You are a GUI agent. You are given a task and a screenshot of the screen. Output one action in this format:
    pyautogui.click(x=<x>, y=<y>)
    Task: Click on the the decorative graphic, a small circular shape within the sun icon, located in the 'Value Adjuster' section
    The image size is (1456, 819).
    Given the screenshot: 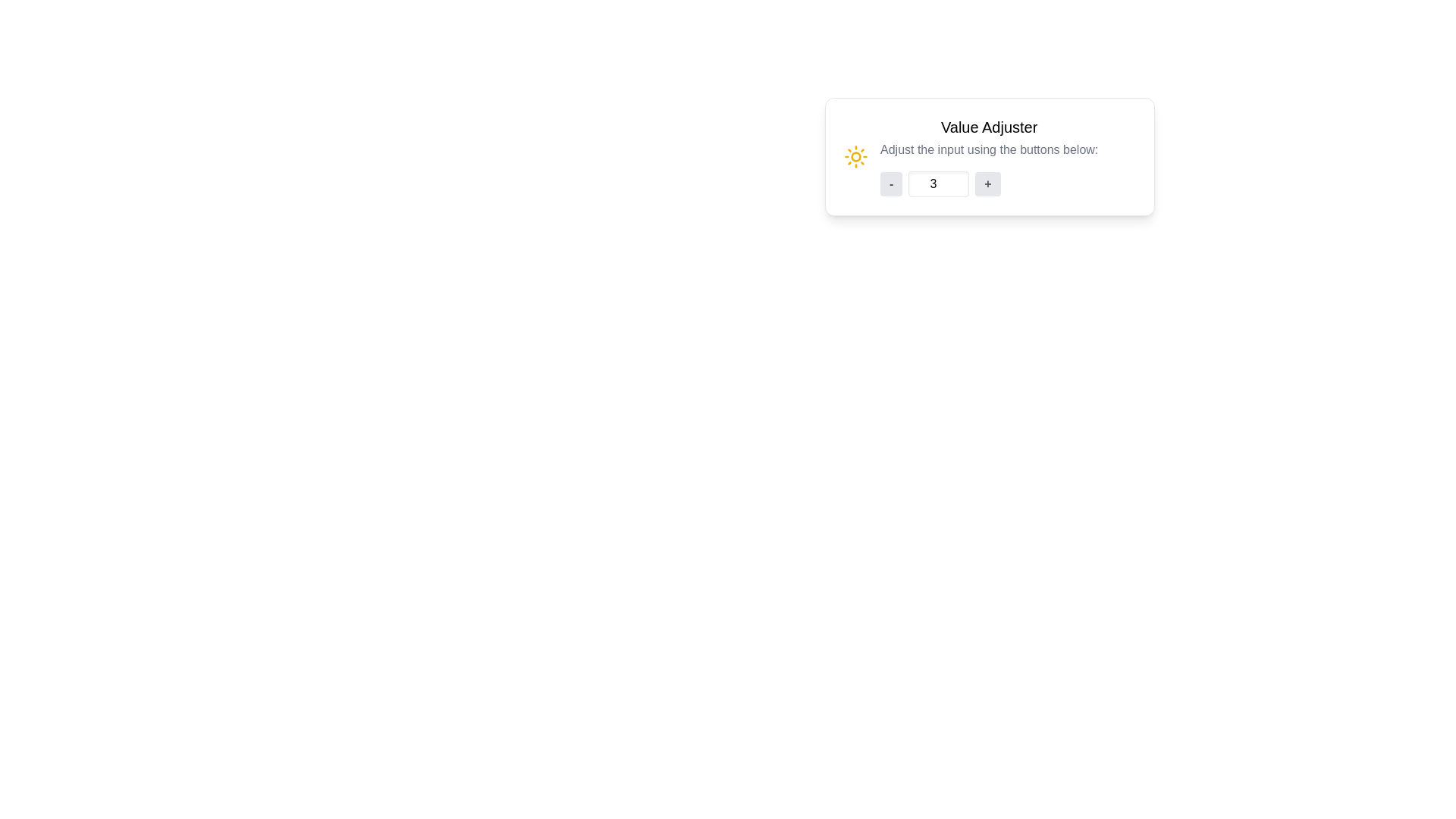 What is the action you would take?
    pyautogui.click(x=855, y=157)
    